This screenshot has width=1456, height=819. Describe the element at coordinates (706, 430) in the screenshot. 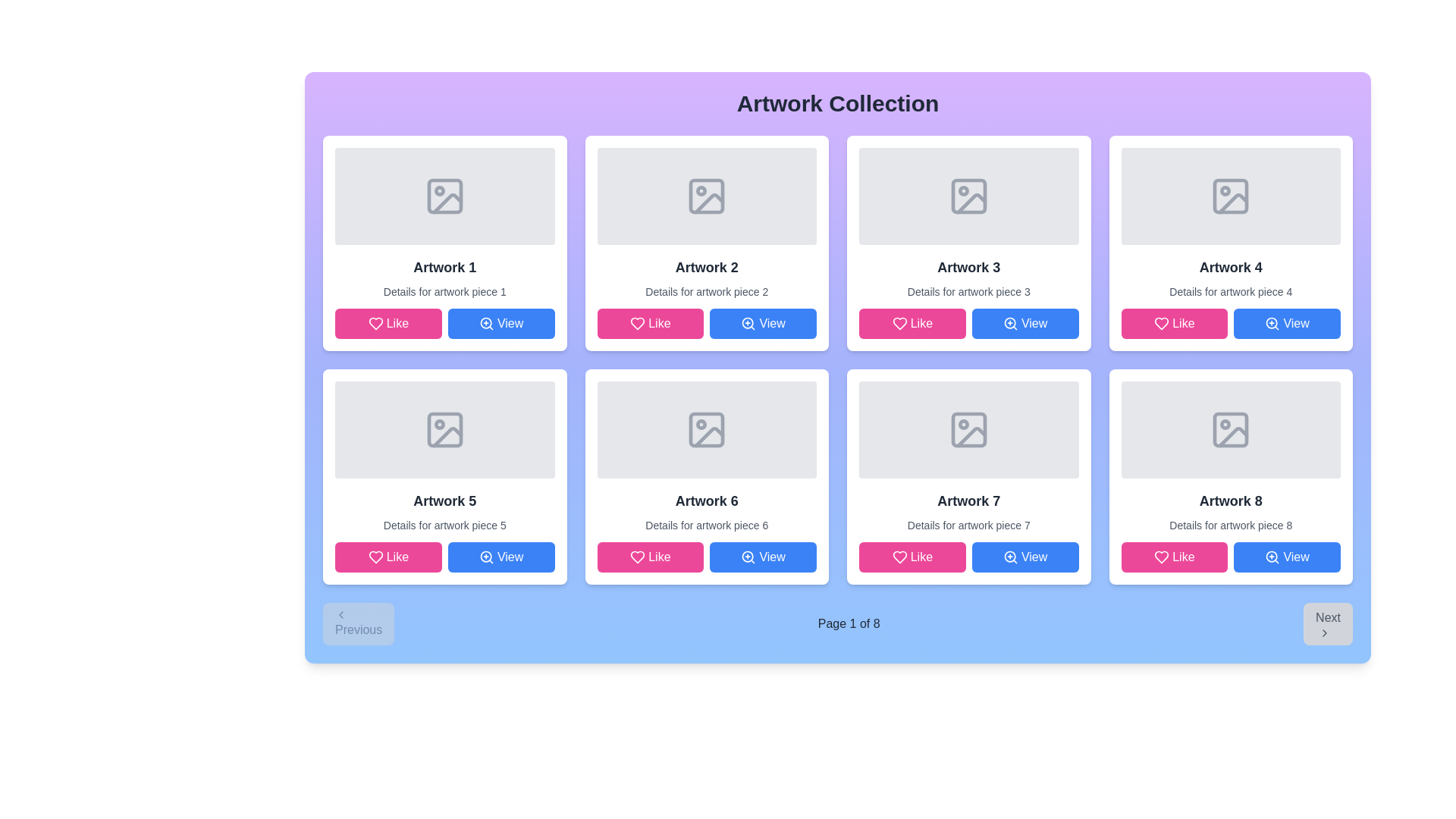

I see `SVG icon depicting a stylized image placeholder located in the upper section of the 'Artwork 6' tile for debugging purposes` at that location.